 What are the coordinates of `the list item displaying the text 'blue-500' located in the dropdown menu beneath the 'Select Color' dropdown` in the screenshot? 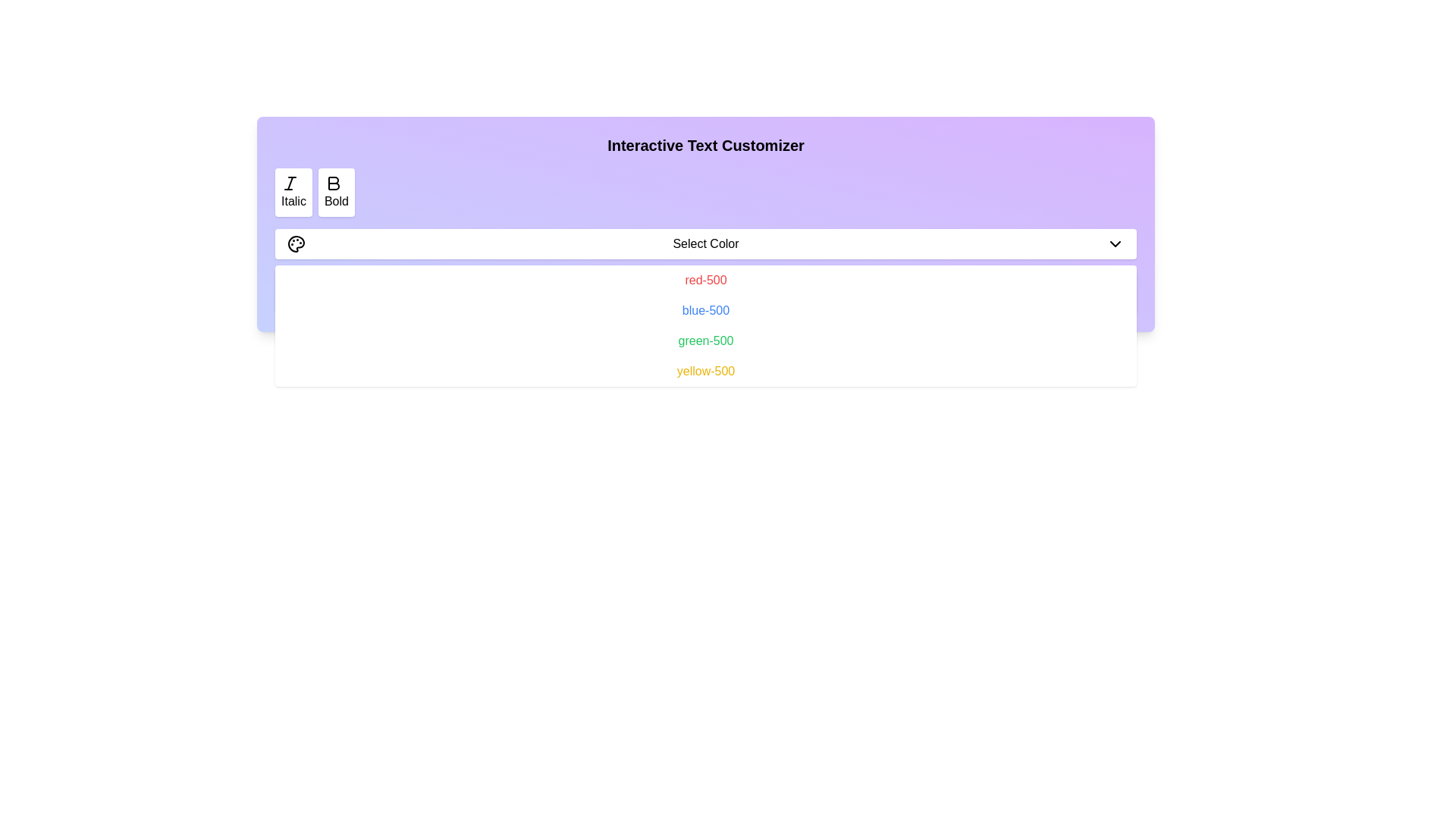 It's located at (705, 309).